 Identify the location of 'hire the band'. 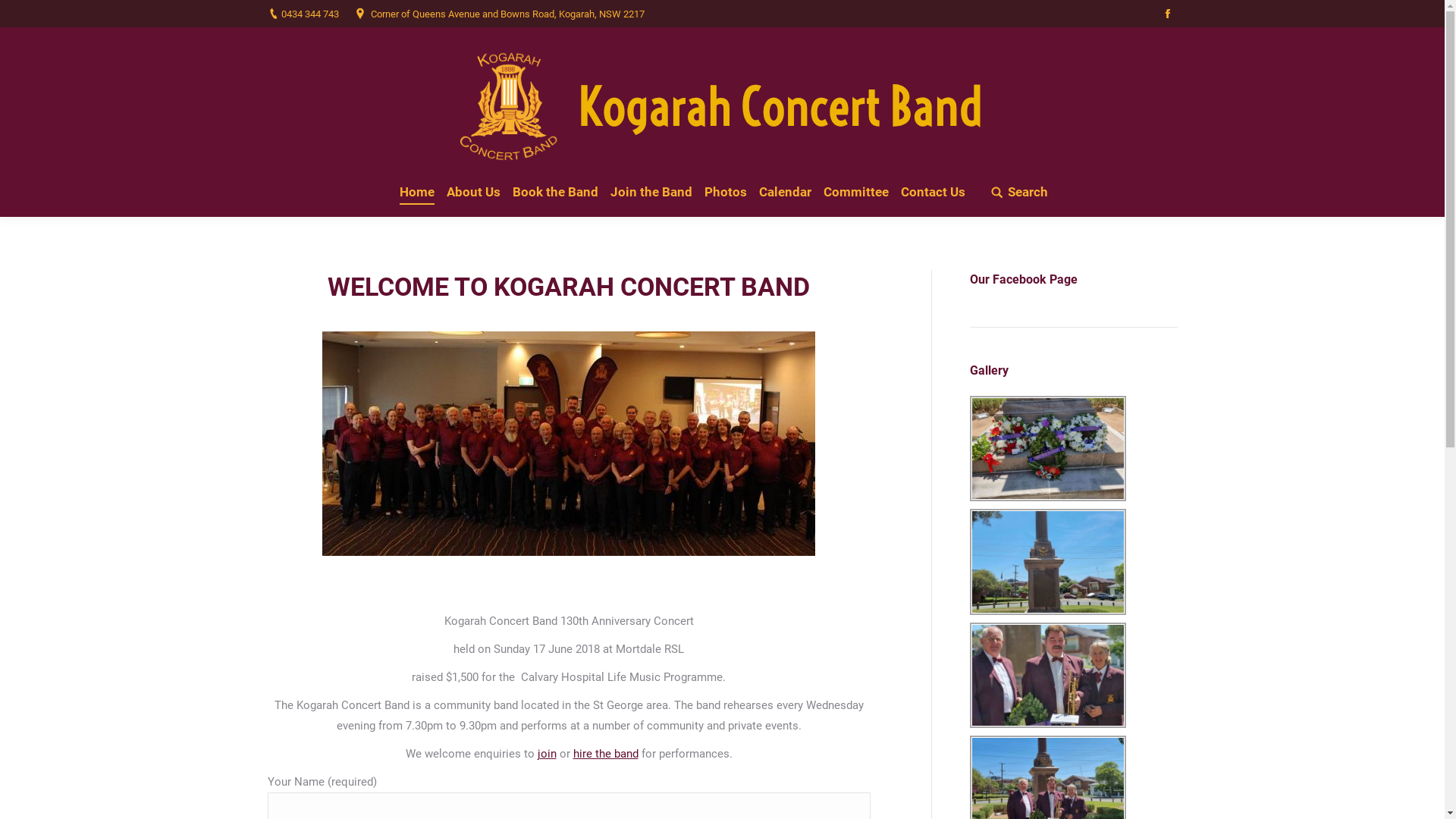
(604, 754).